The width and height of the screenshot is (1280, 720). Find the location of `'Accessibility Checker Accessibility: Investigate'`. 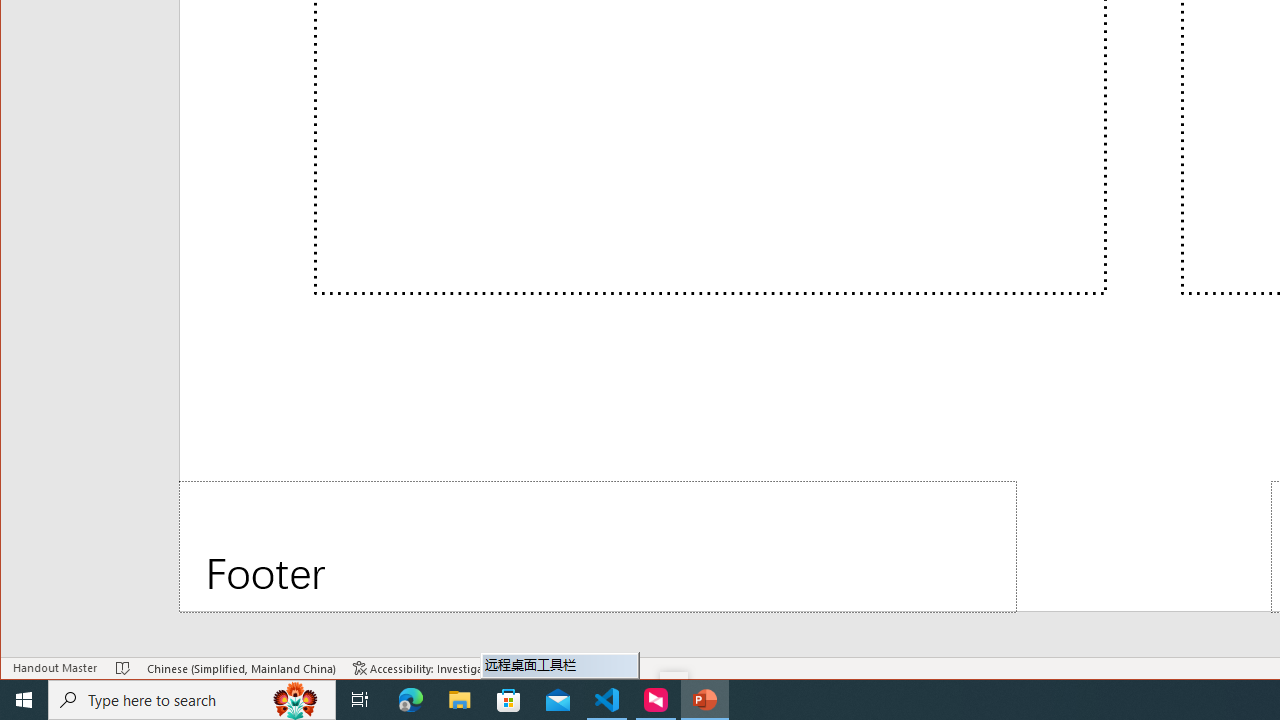

'Accessibility Checker Accessibility: Investigate' is located at coordinates (422, 668).